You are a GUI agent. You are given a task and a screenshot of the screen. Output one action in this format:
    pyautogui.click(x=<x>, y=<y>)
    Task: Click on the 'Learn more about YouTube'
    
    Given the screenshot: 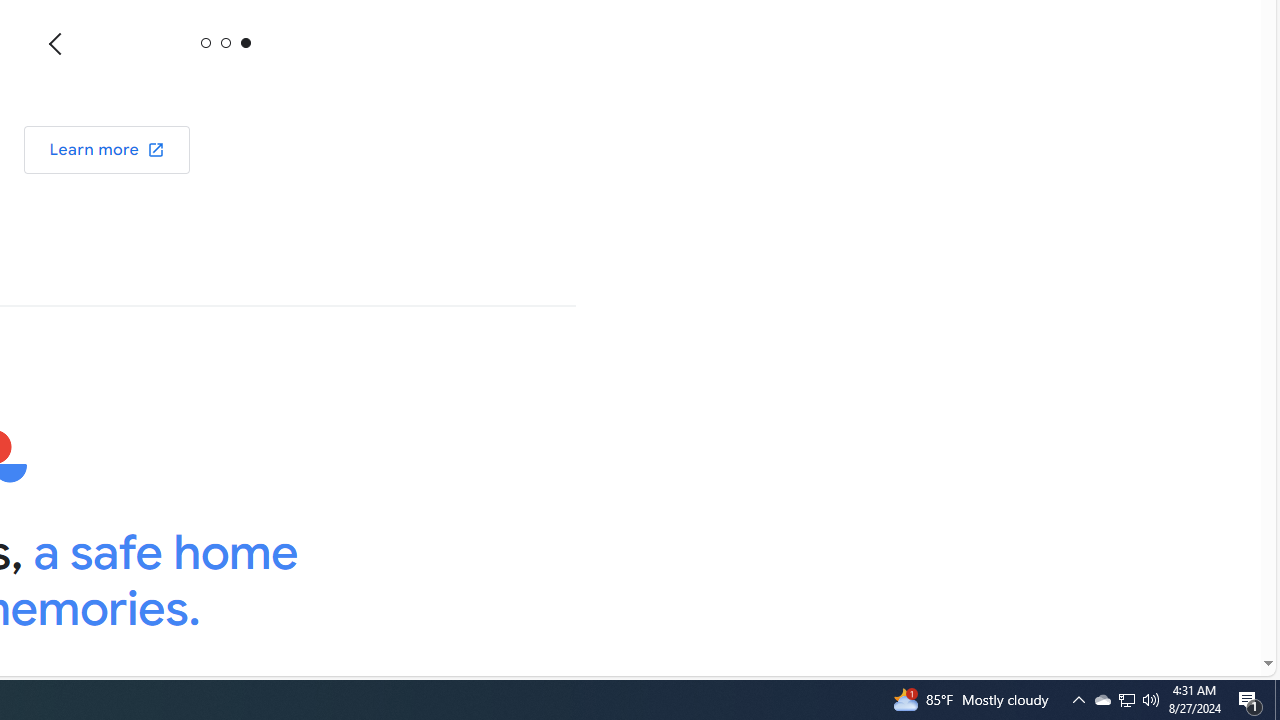 What is the action you would take?
    pyautogui.click(x=106, y=148)
    